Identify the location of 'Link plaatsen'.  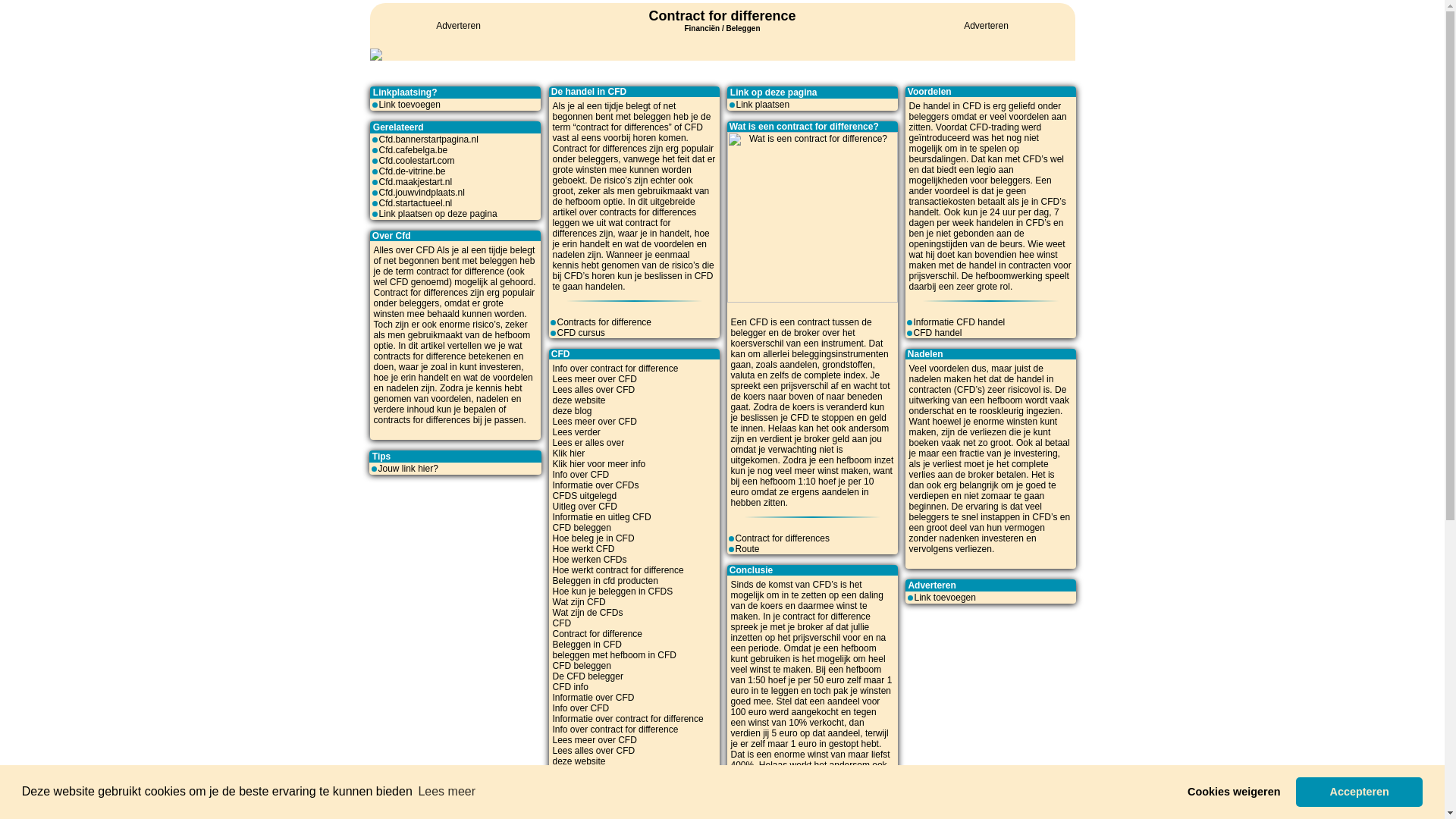
(762, 104).